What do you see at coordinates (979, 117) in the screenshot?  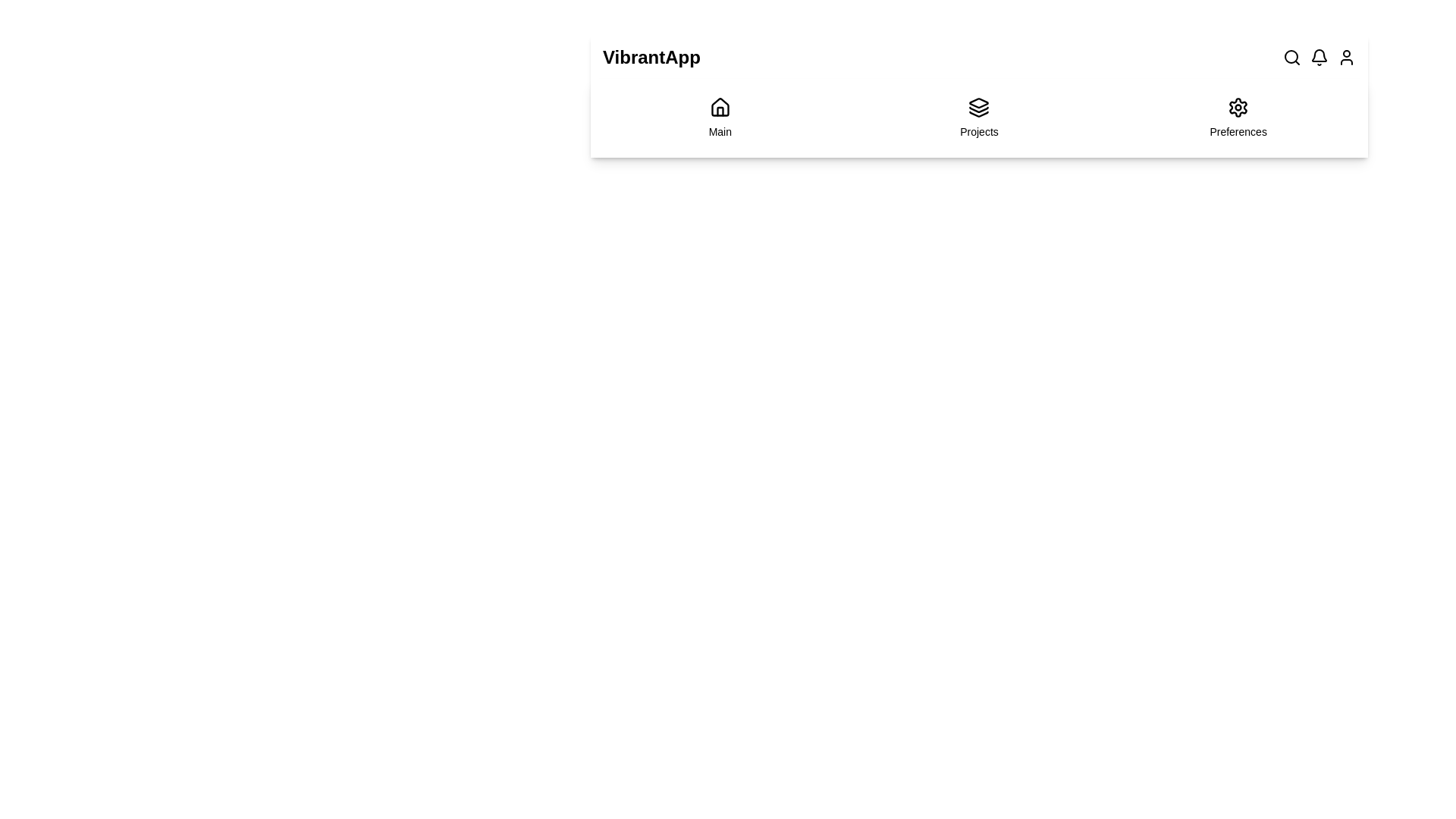 I see `the 'Projects' navigation item` at bounding box center [979, 117].